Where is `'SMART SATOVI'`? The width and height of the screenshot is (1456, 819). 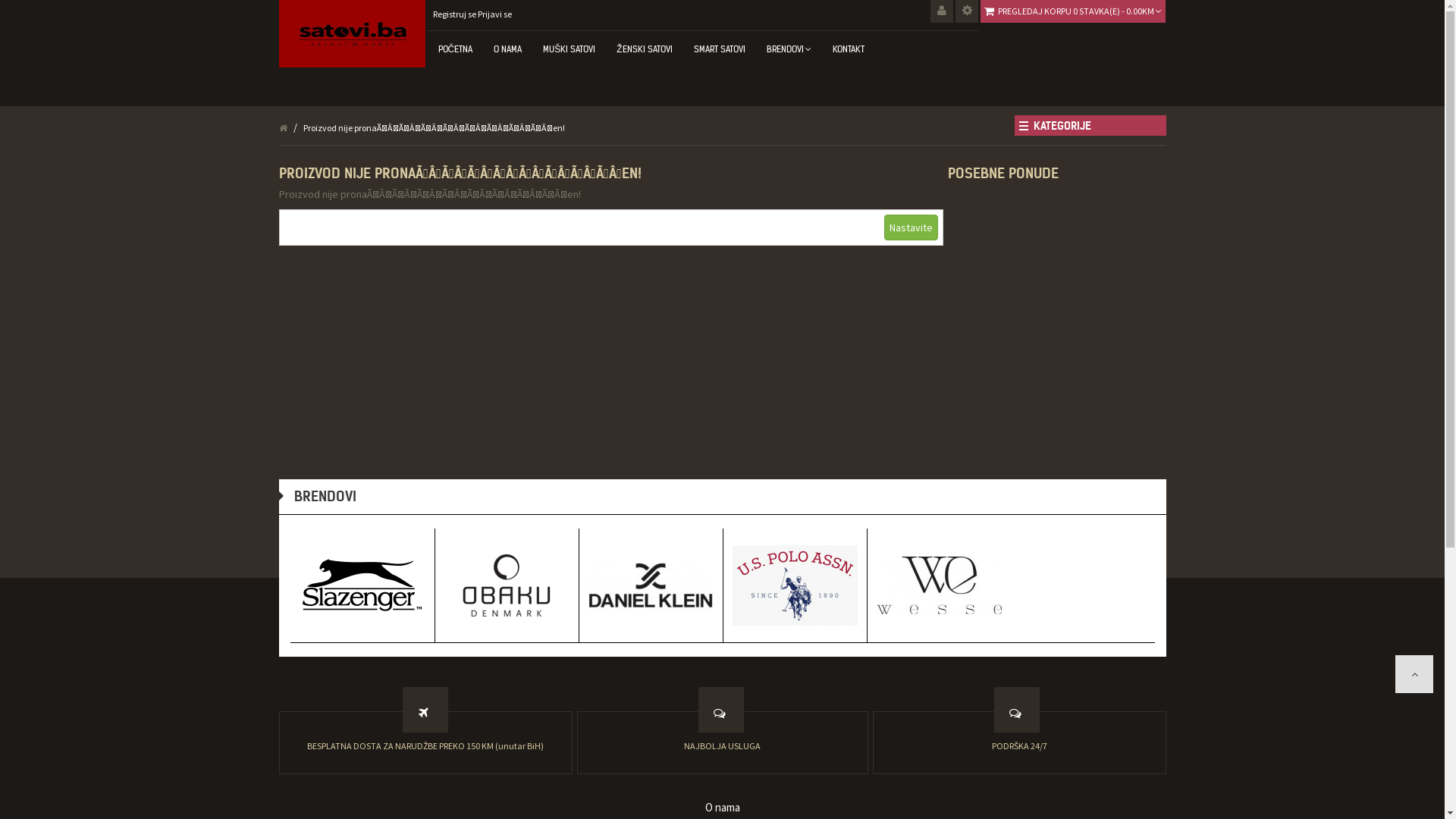
'SMART SATOVI' is located at coordinates (719, 49).